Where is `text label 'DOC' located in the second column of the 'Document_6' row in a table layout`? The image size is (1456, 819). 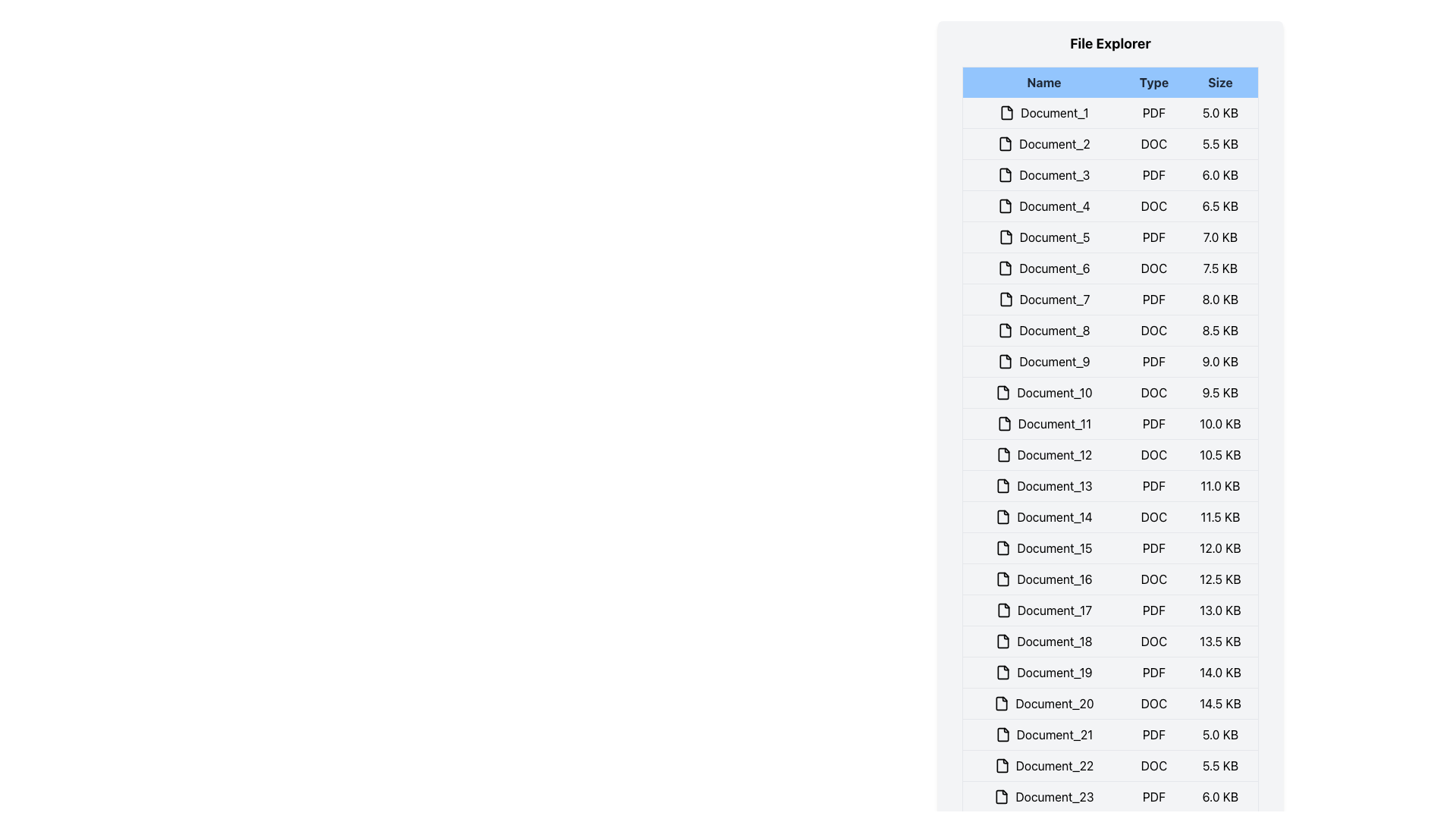 text label 'DOC' located in the second column of the 'Document_6' row in a table layout is located at coordinates (1153, 268).